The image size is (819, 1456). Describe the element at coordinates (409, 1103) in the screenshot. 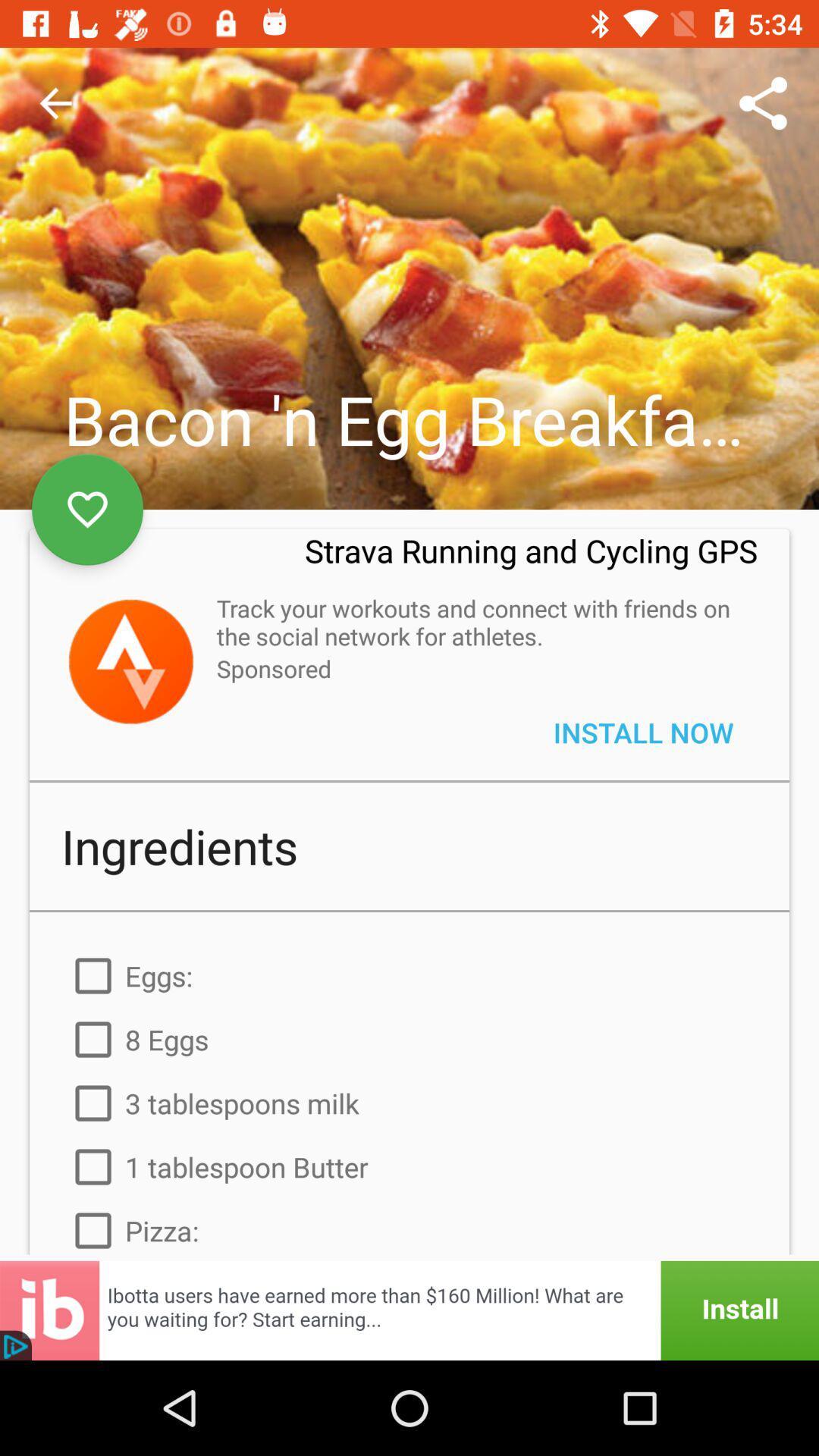

I see `the item above the 1 tablespoon butter icon` at that location.